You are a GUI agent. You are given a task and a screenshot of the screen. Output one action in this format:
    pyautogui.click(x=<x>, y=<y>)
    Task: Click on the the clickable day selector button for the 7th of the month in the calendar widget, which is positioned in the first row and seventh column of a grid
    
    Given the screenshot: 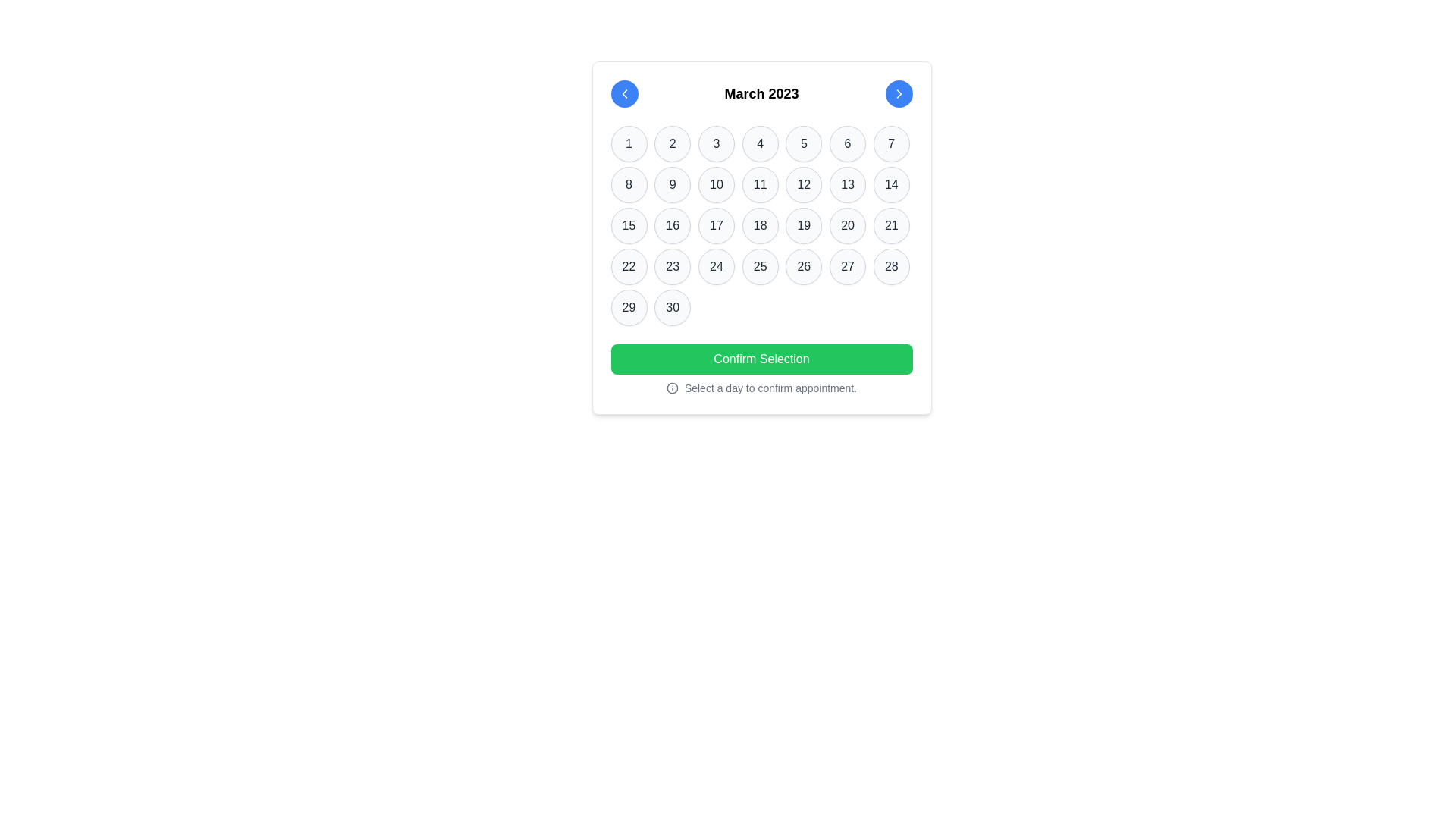 What is the action you would take?
    pyautogui.click(x=891, y=143)
    